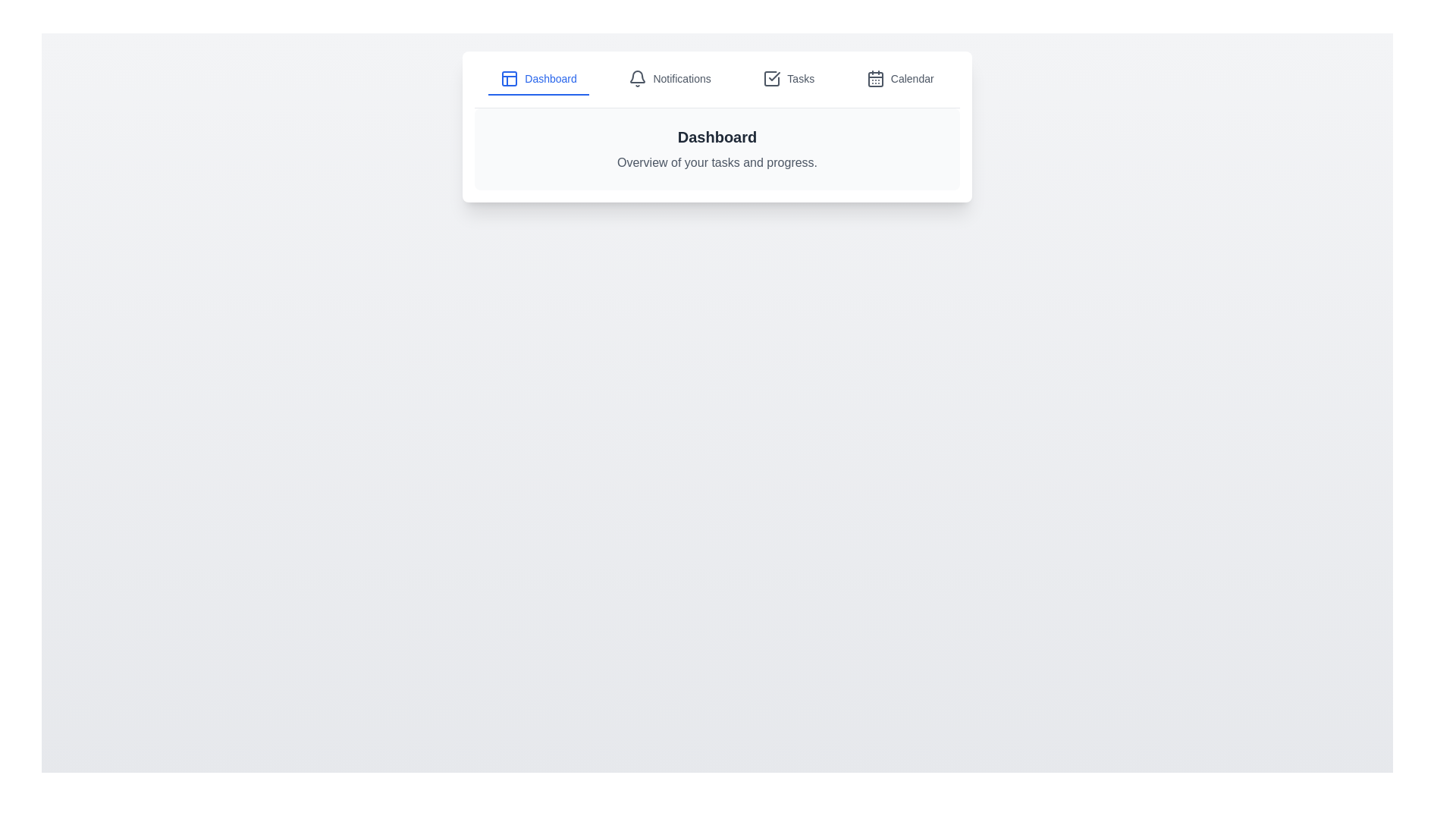  Describe the element at coordinates (538, 79) in the screenshot. I see `the tab labeled Dashboard` at that location.